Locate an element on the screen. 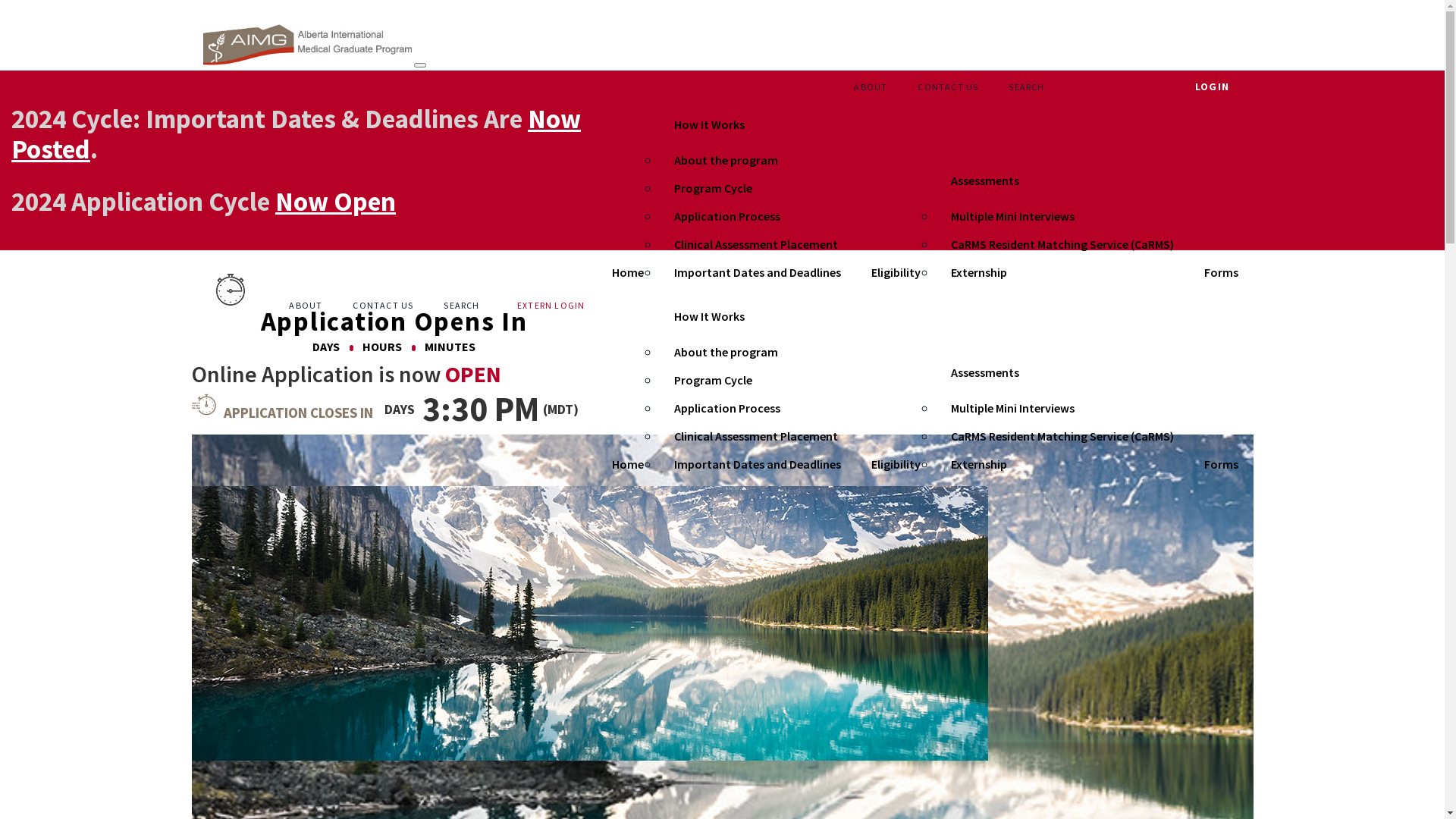  'SEARCH  ' is located at coordinates (997, 87).